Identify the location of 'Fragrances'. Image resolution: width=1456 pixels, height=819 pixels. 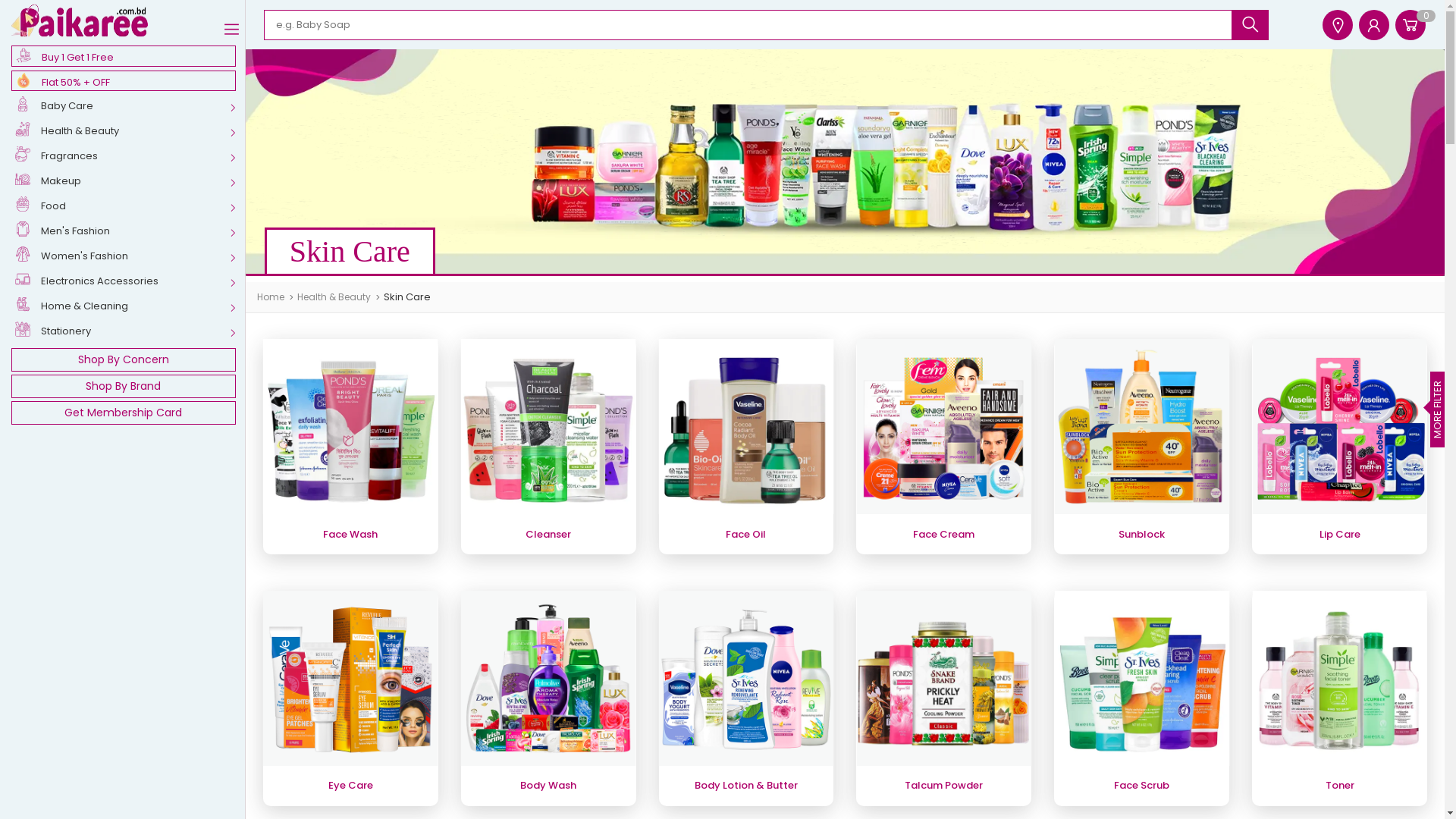
(127, 157).